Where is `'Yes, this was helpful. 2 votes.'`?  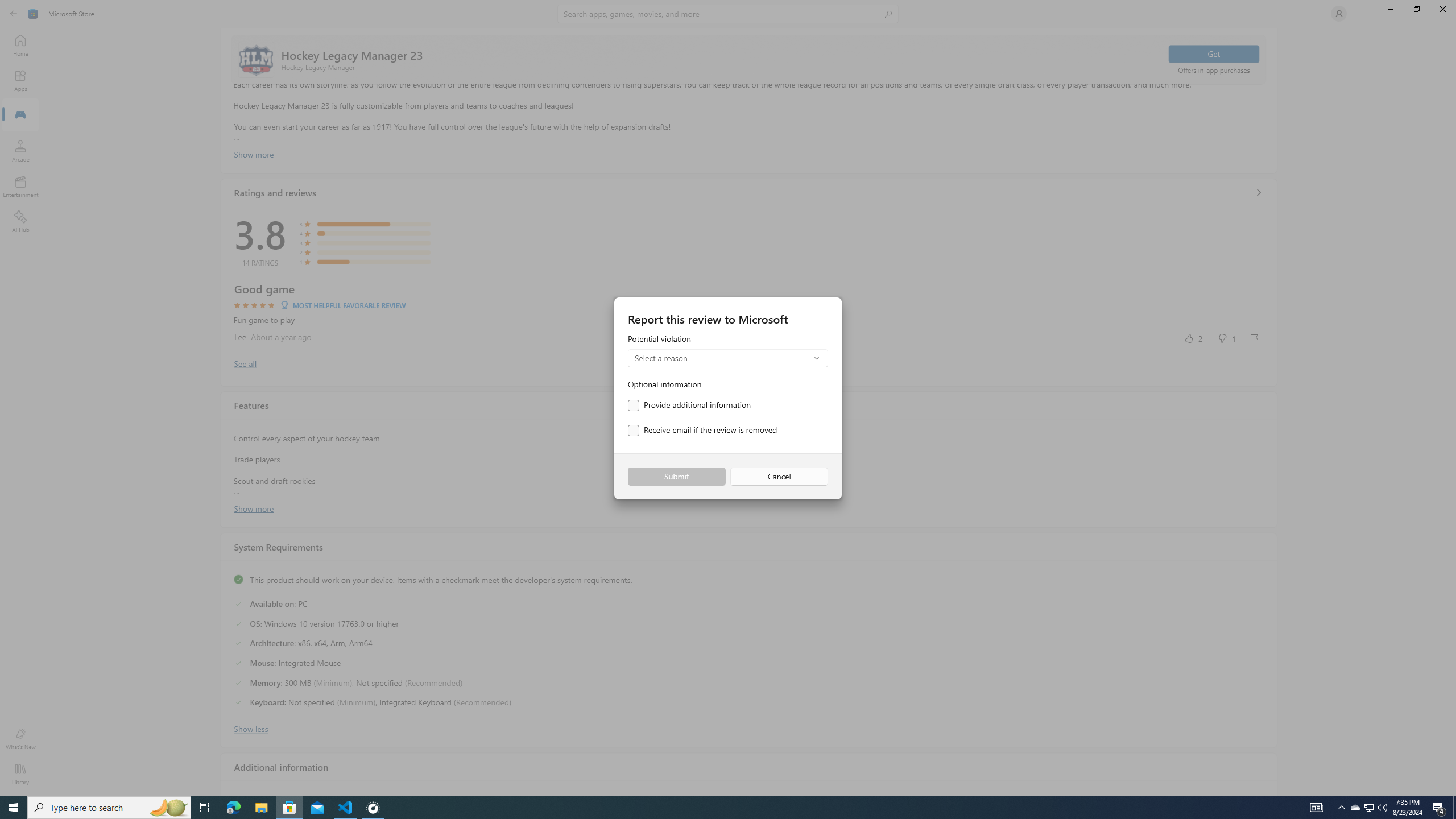
'Yes, this was helpful. 2 votes.' is located at coordinates (1192, 337).